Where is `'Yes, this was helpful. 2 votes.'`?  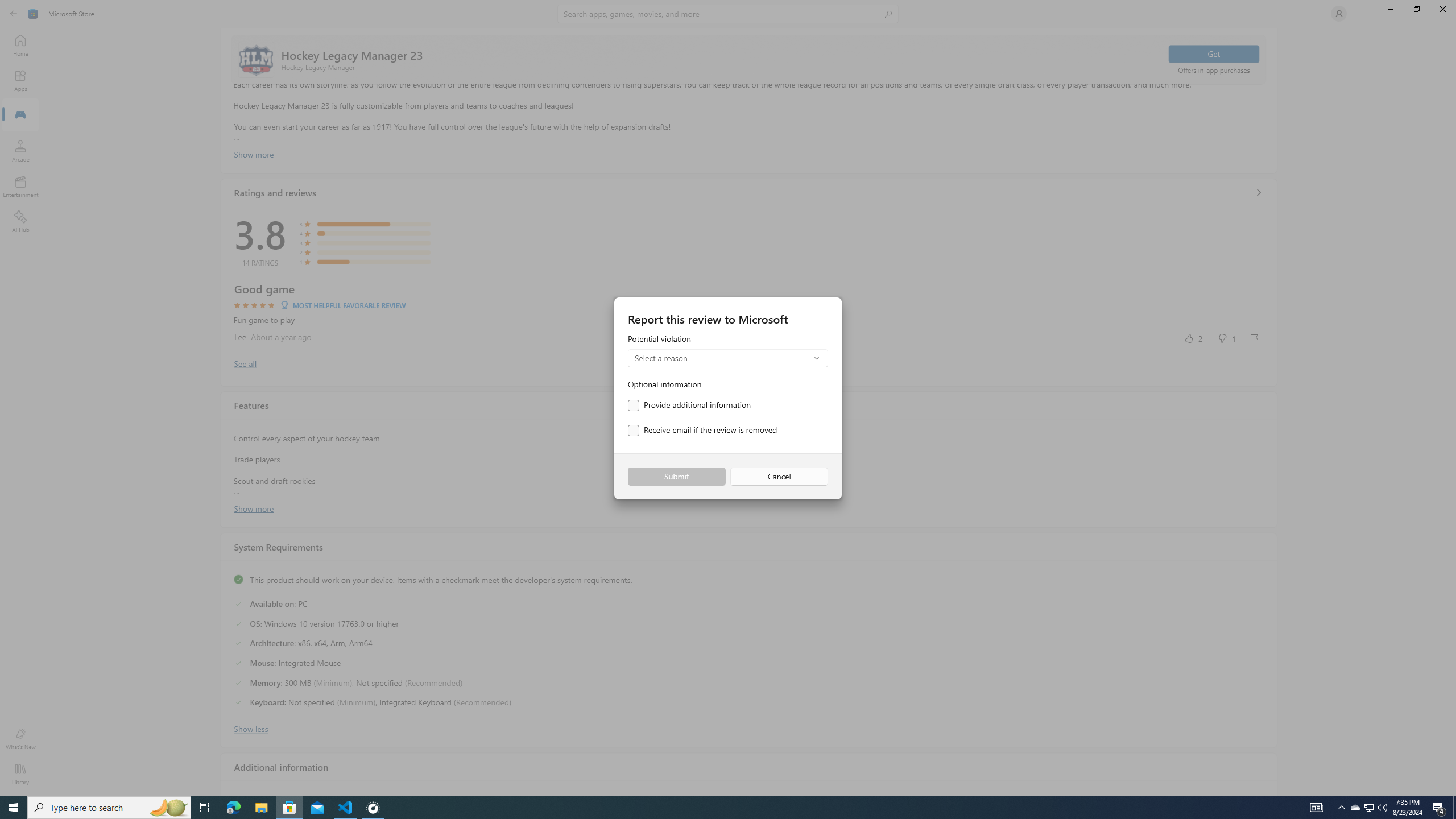
'Yes, this was helpful. 2 votes.' is located at coordinates (1192, 337).